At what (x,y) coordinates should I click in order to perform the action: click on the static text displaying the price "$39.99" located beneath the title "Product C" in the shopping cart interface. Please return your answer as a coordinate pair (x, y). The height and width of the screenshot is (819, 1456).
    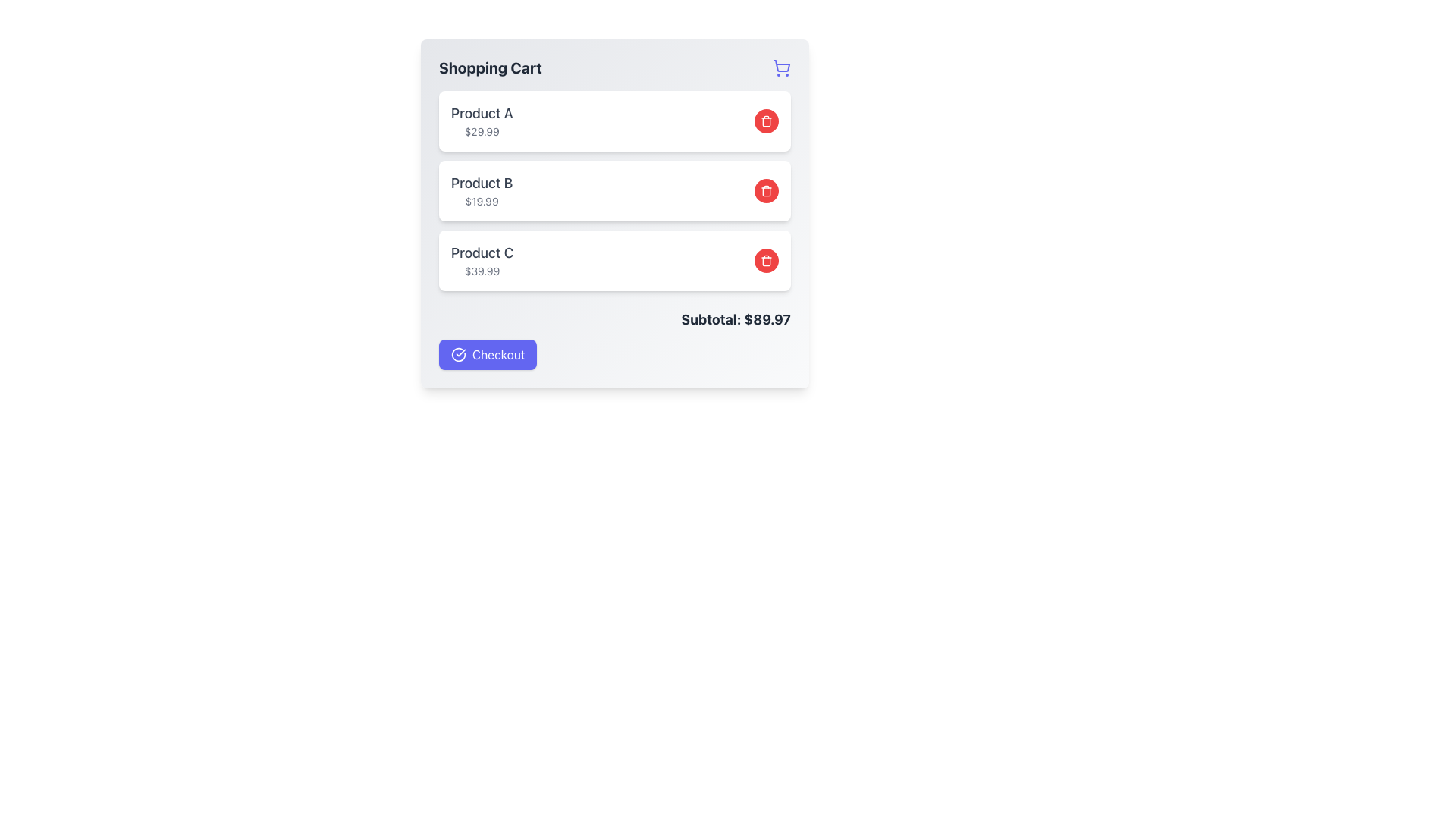
    Looking at the image, I should click on (482, 271).